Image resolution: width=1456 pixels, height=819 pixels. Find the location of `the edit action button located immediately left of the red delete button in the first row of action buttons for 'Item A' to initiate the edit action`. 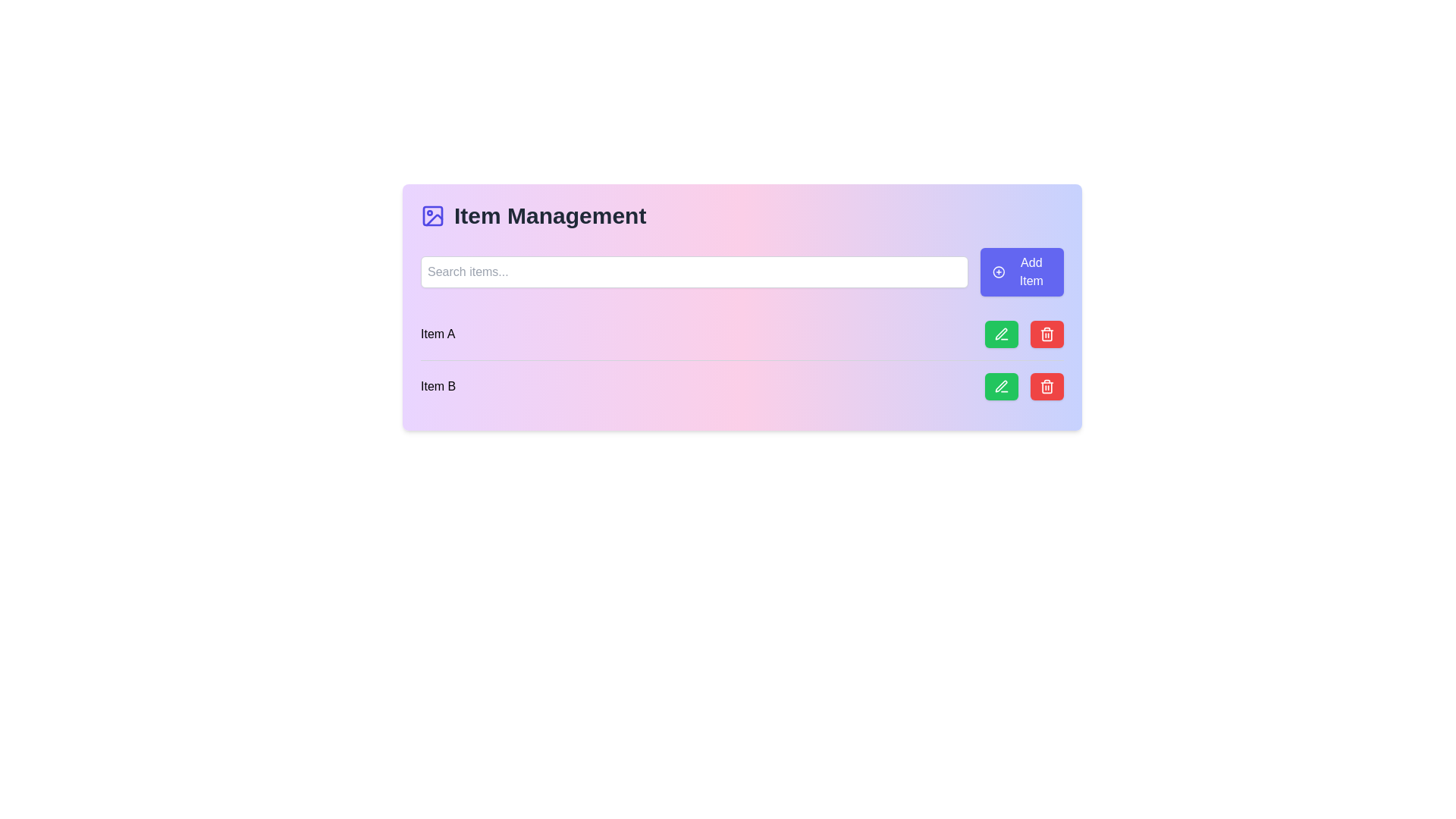

the edit action button located immediately left of the red delete button in the first row of action buttons for 'Item A' to initiate the edit action is located at coordinates (1001, 333).